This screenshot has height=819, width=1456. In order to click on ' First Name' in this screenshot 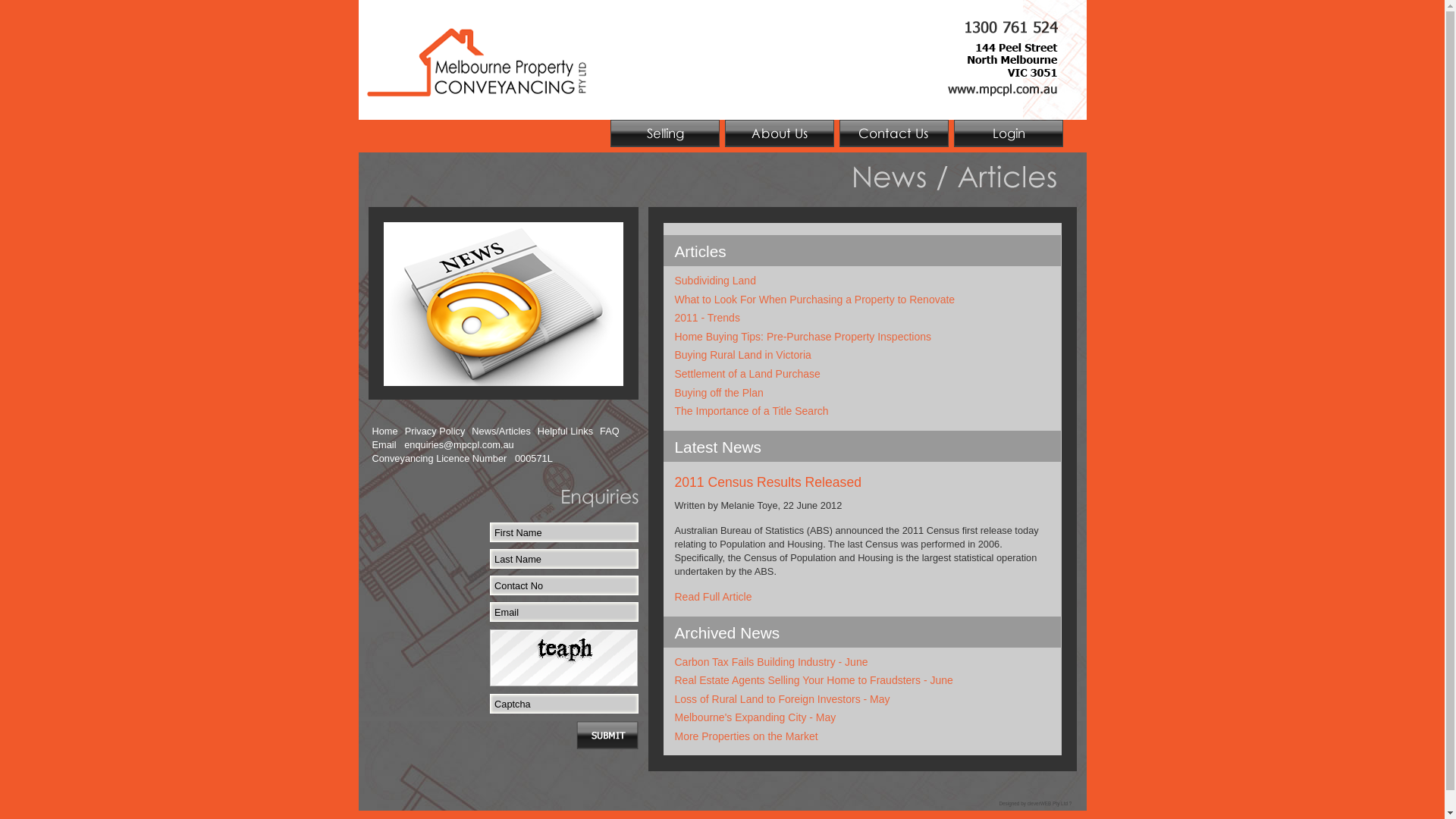, I will do `click(563, 532)`.